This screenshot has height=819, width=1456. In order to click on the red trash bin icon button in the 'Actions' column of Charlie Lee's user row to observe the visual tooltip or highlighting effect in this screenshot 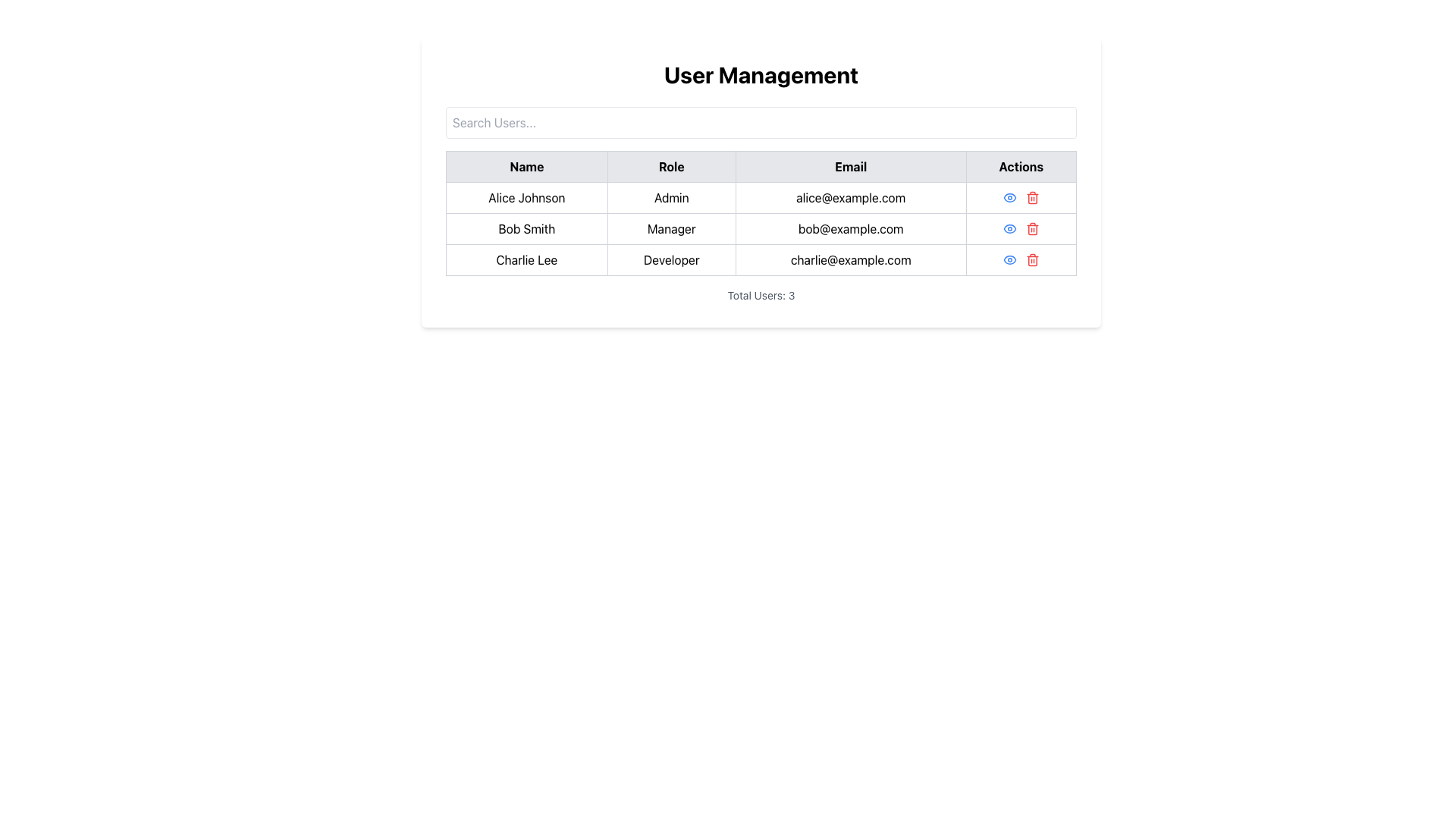, I will do `click(1031, 259)`.